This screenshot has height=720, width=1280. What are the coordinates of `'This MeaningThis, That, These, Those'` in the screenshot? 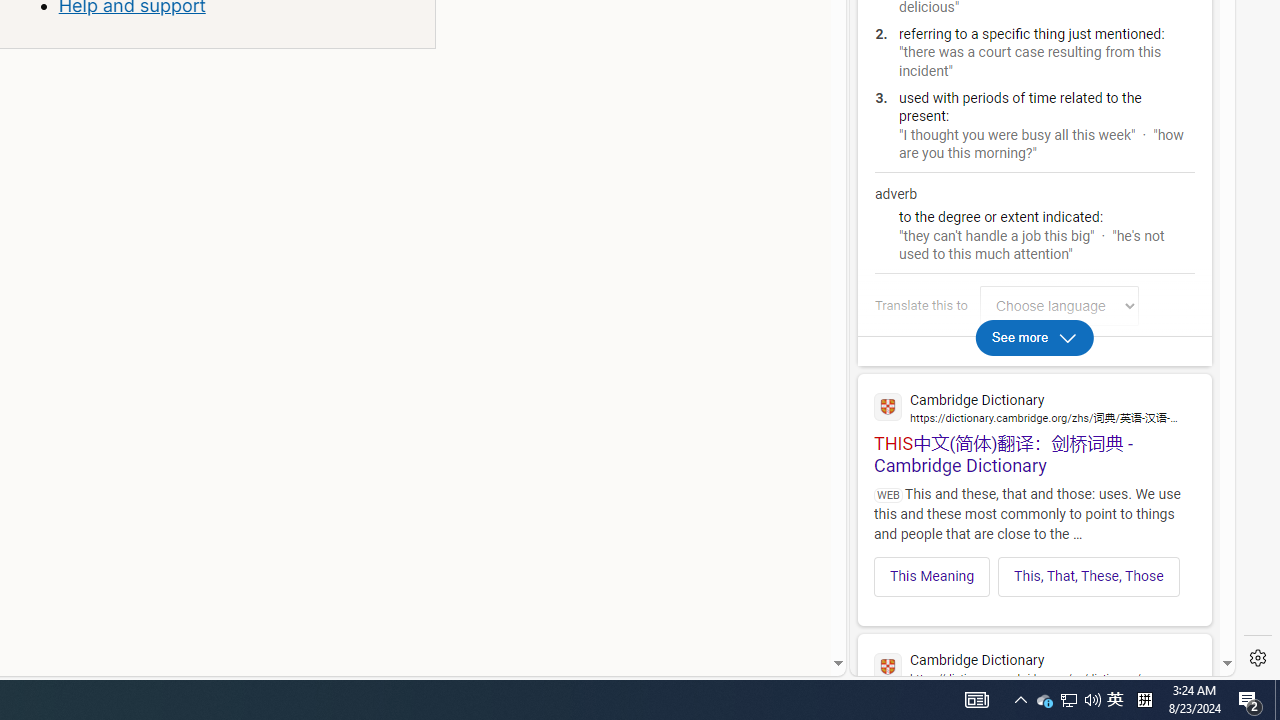 It's located at (1034, 570).